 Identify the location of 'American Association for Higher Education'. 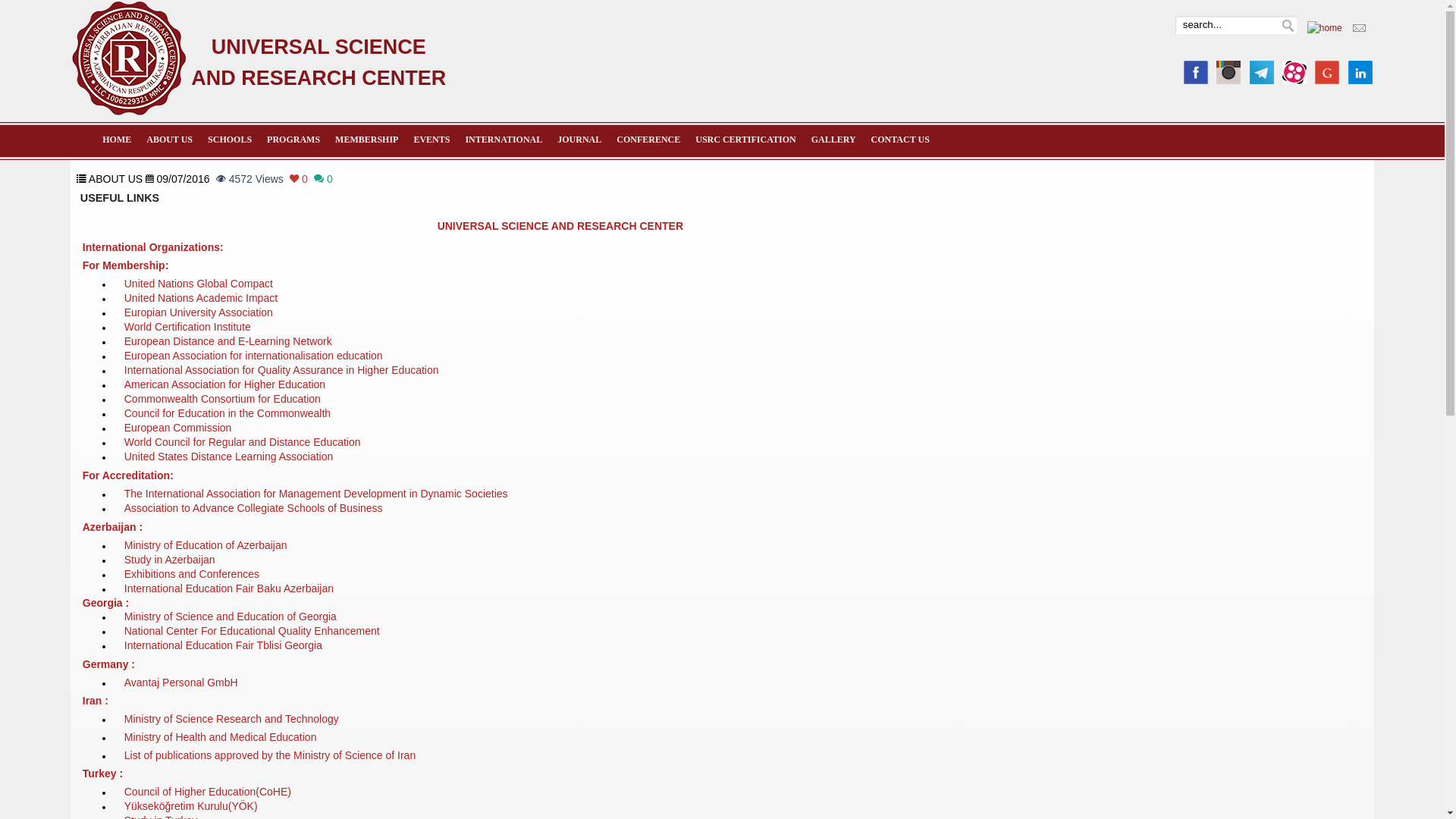
(224, 386).